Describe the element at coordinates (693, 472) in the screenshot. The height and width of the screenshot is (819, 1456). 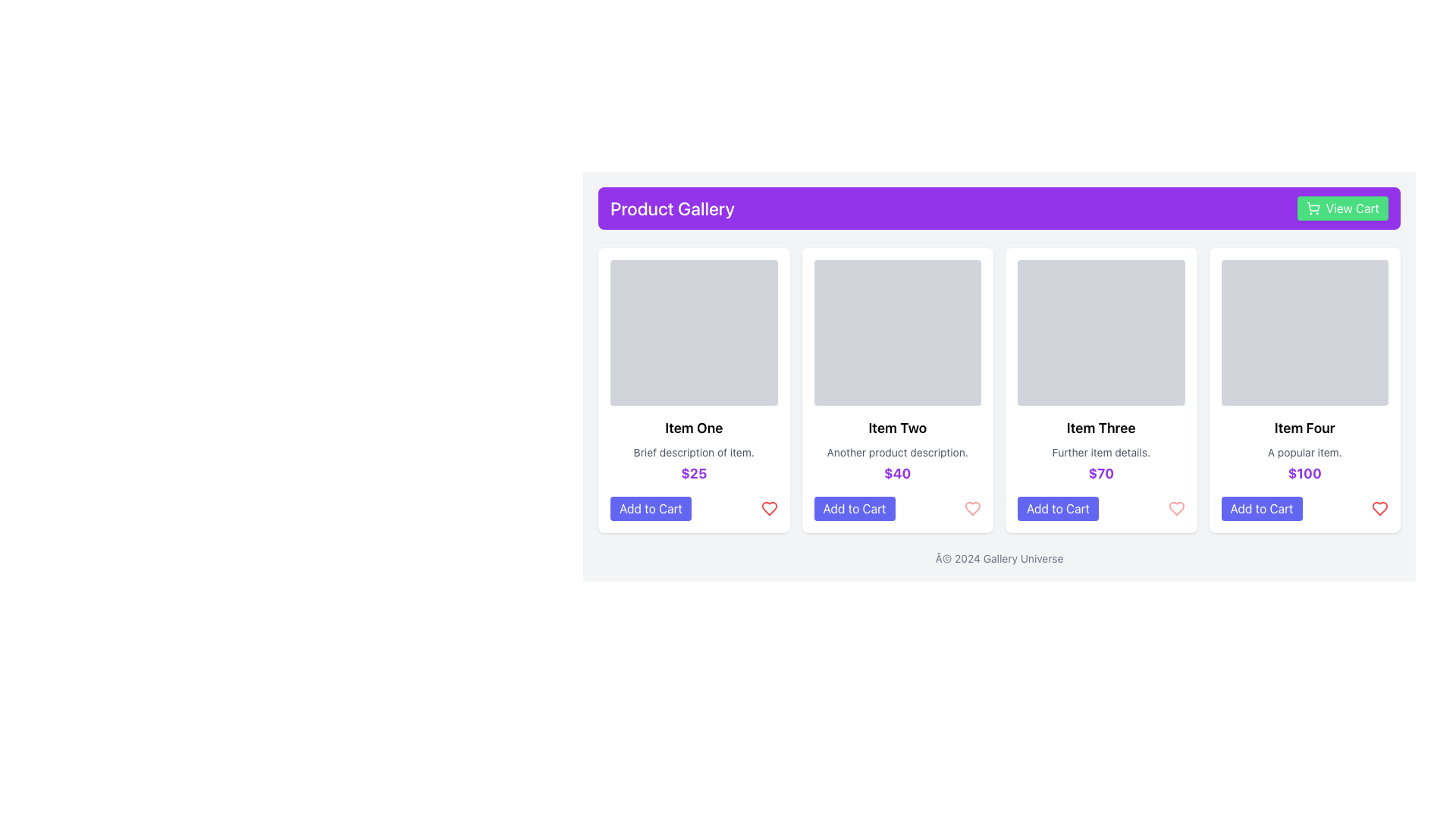
I see `the price text label displaying '$25' in bold purple font, located within the product card for 'Item One' in the first column of the product gallery` at that location.